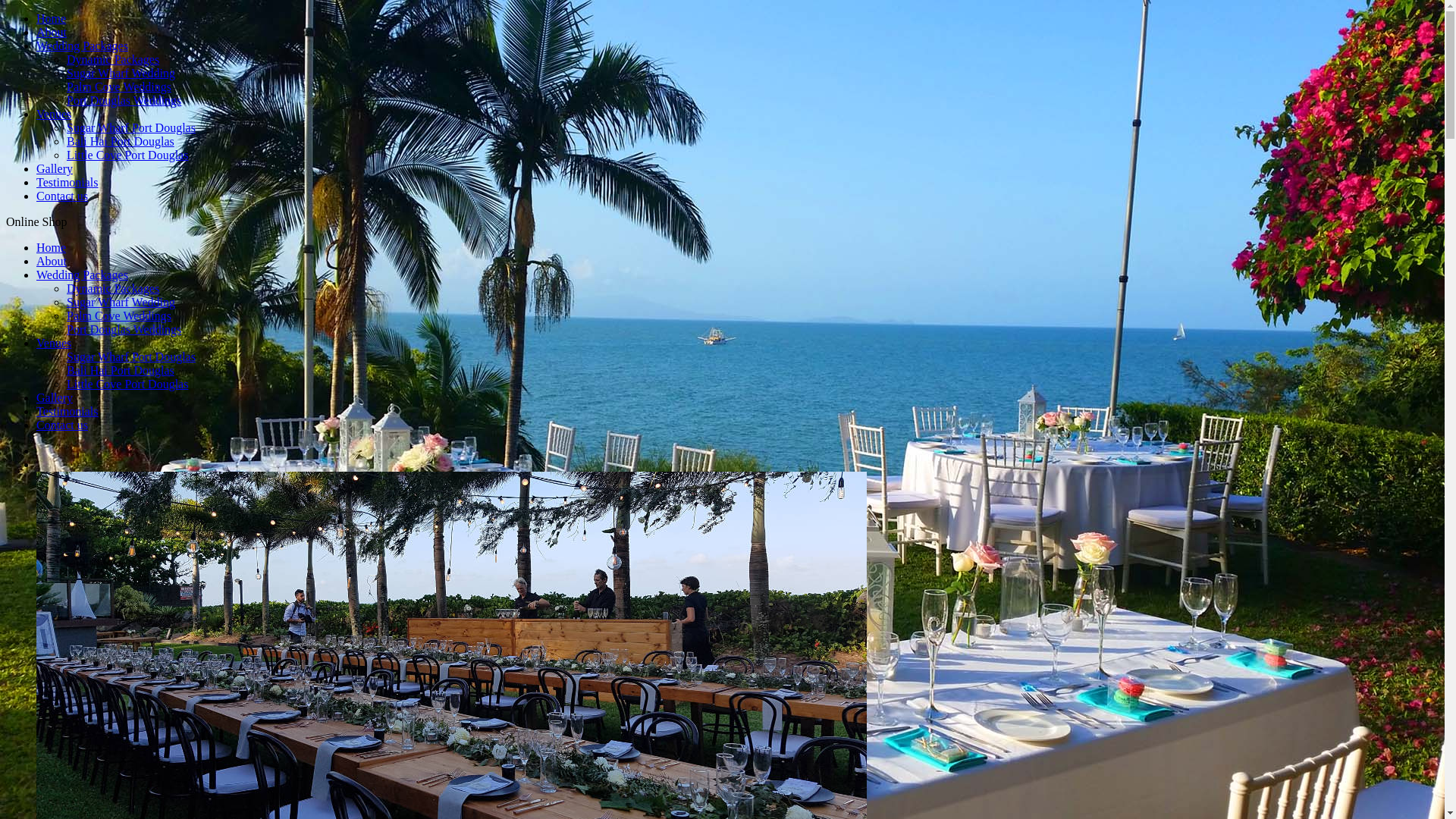 The image size is (1456, 819). What do you see at coordinates (61, 195) in the screenshot?
I see `'Contact us'` at bounding box center [61, 195].